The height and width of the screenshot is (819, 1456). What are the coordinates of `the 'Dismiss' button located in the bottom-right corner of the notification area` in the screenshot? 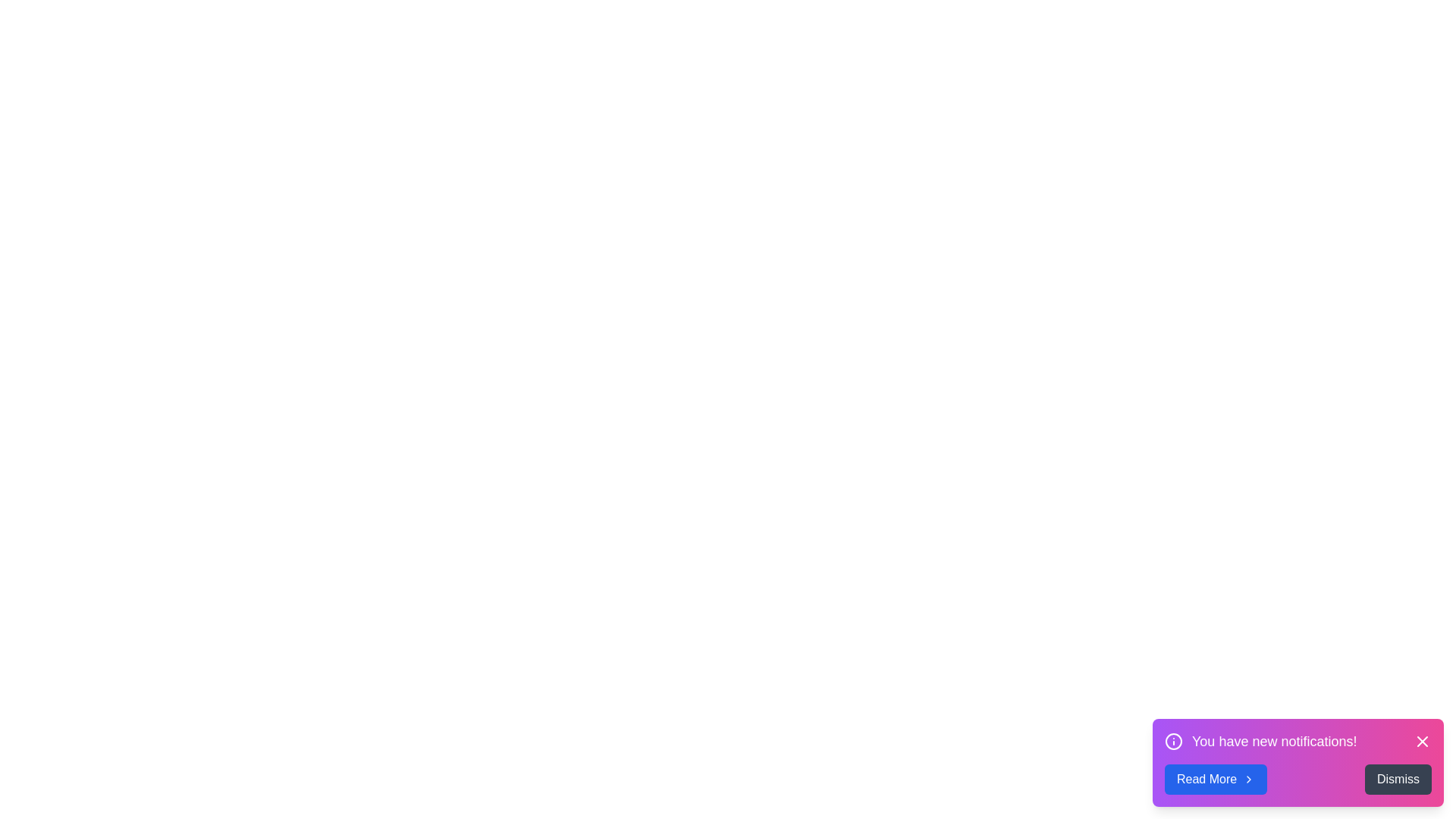 It's located at (1397, 780).